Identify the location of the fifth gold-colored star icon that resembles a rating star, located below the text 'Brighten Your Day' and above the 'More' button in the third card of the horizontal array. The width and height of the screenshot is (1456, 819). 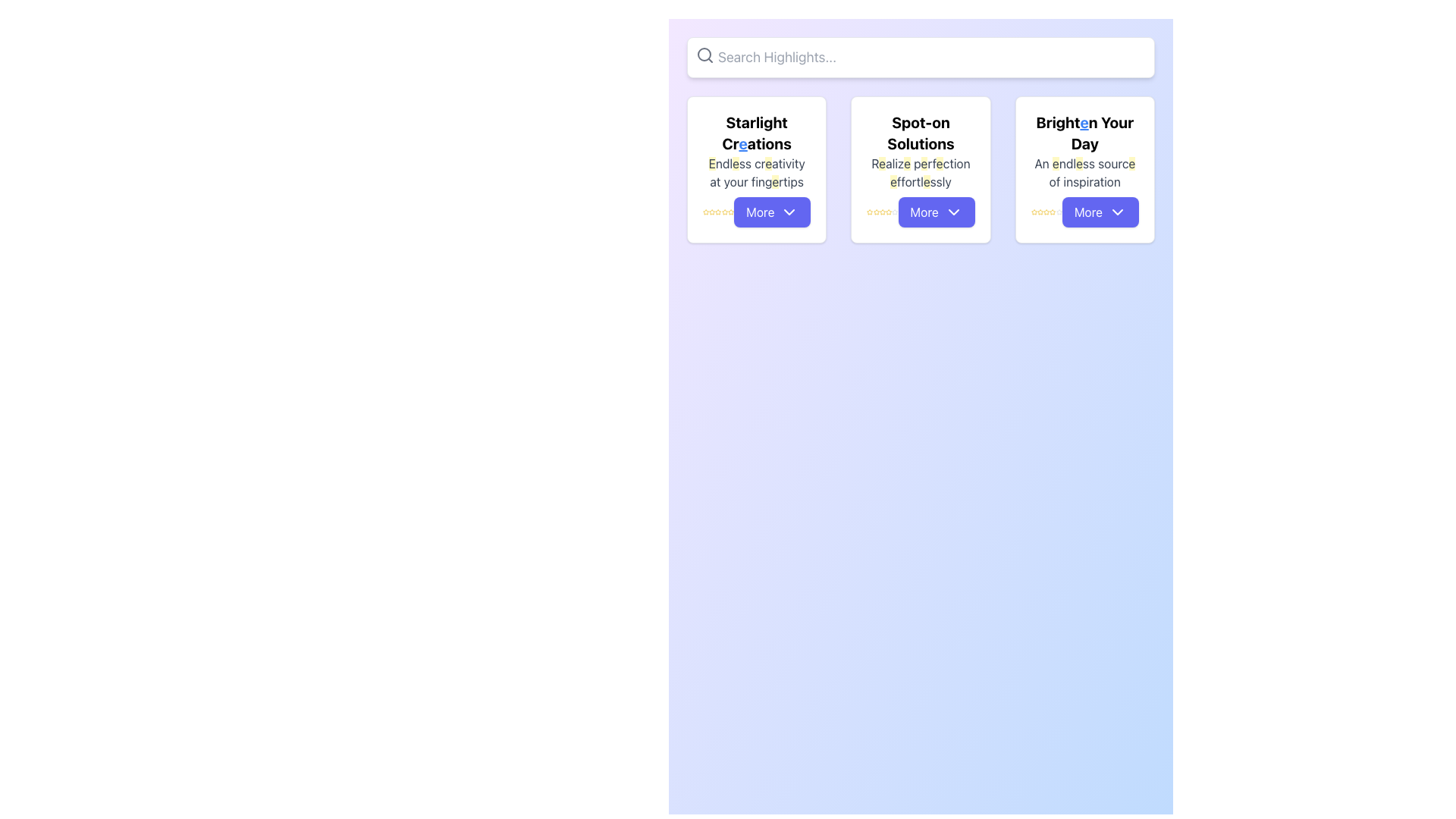
(1052, 212).